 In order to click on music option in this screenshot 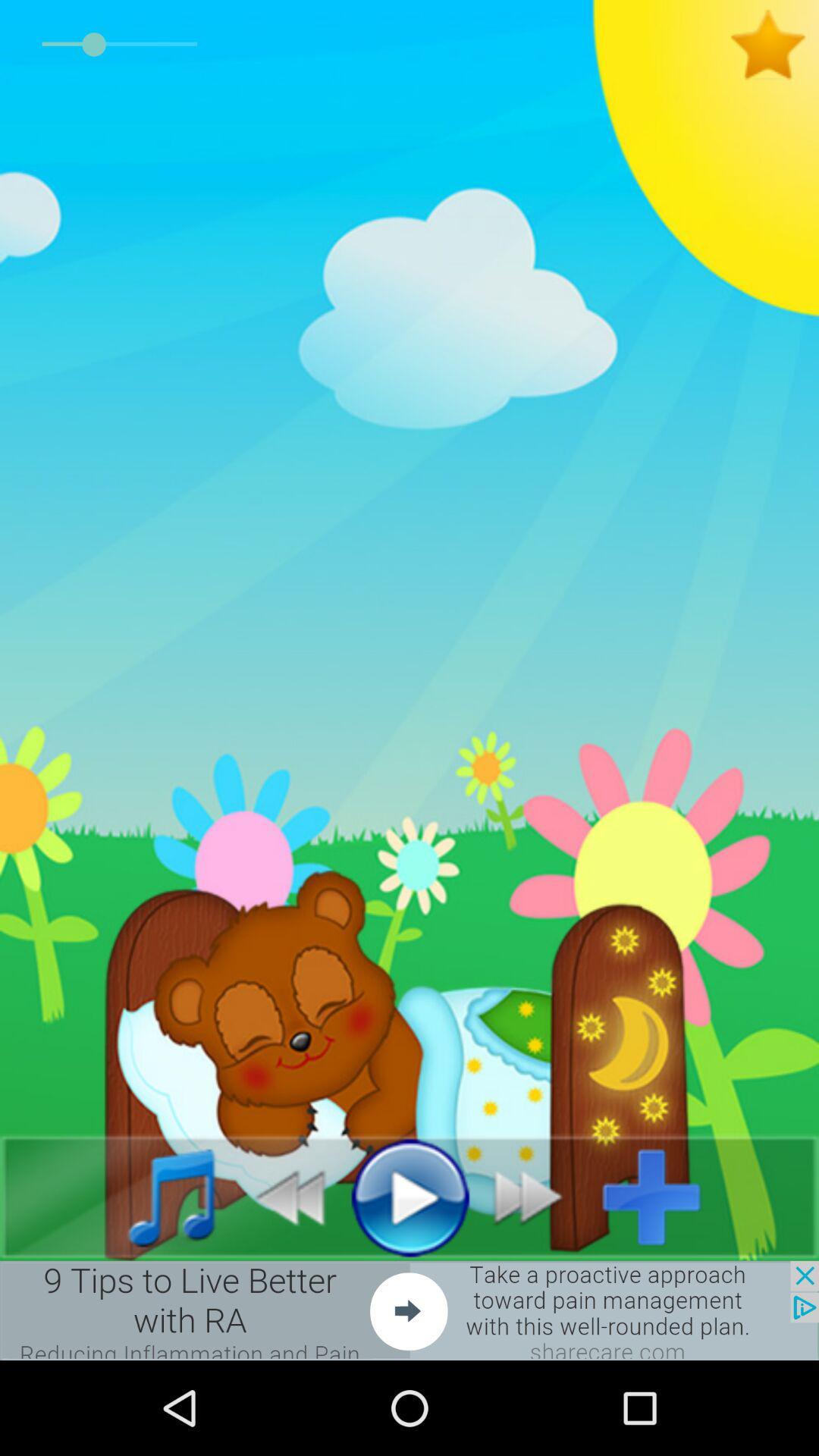, I will do `click(155, 1196)`.